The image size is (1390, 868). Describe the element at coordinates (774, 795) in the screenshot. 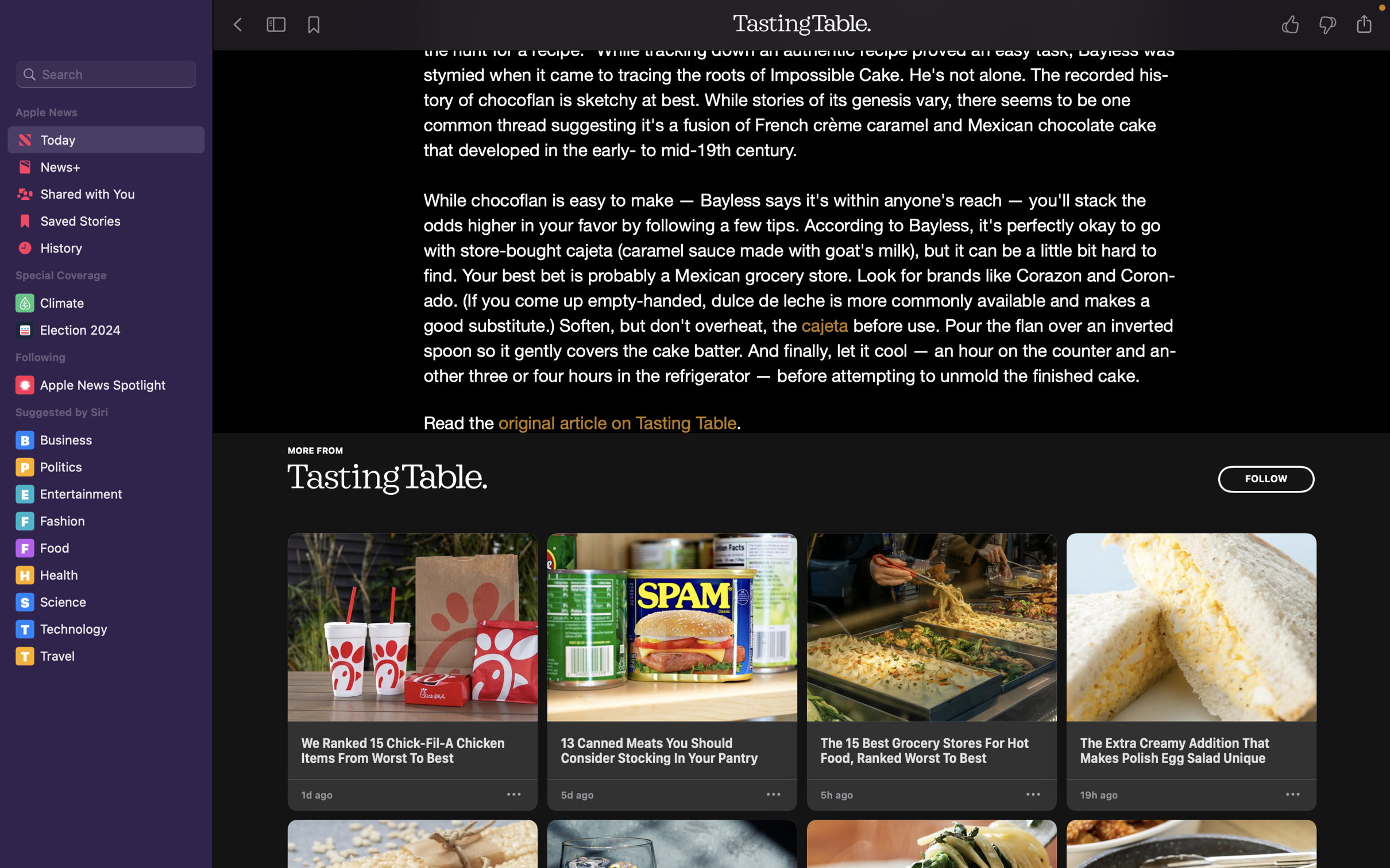

I see `the options of the second article on Tasting Table` at that location.